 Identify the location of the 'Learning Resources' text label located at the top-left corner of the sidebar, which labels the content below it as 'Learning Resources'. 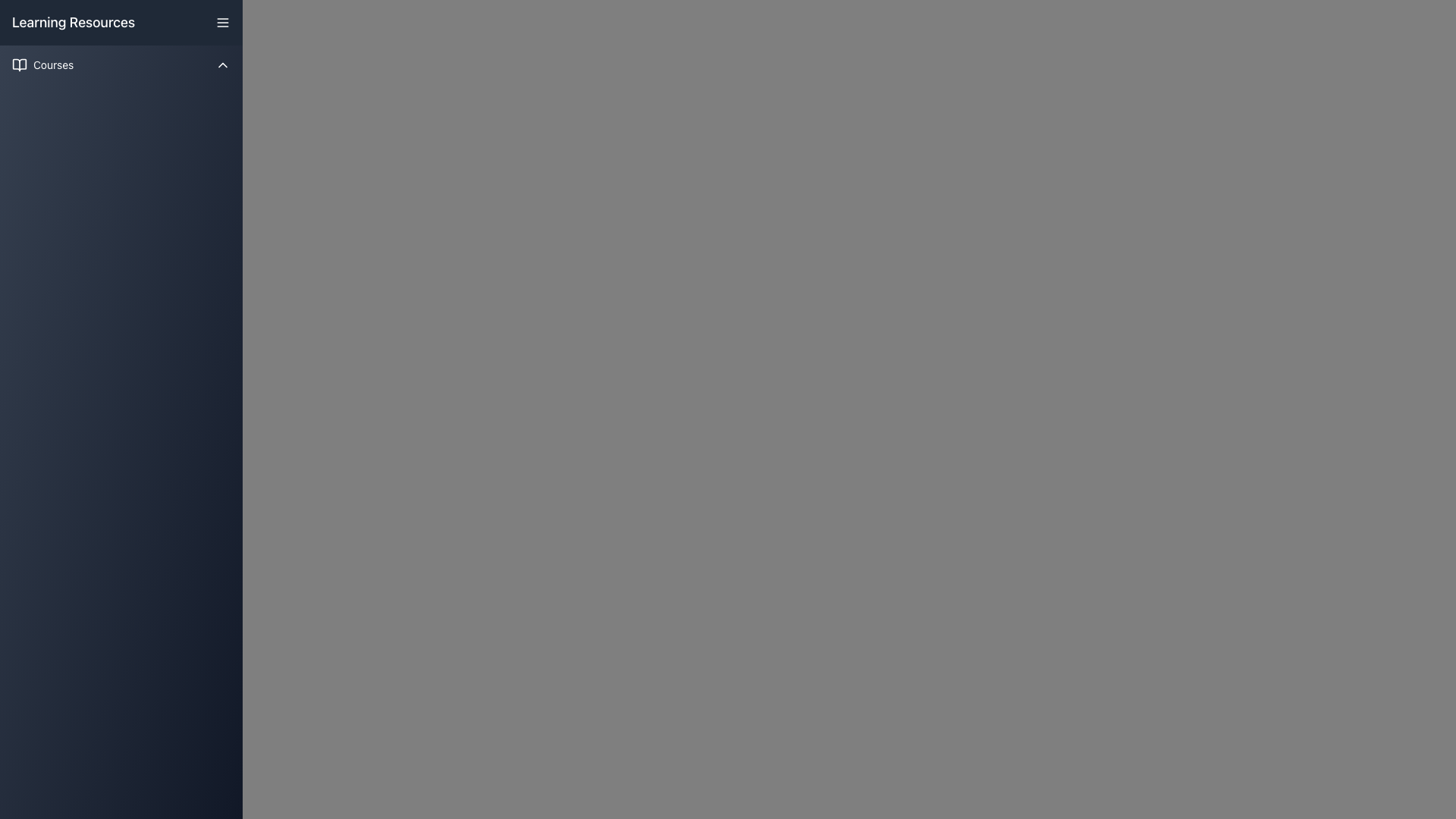
(73, 23).